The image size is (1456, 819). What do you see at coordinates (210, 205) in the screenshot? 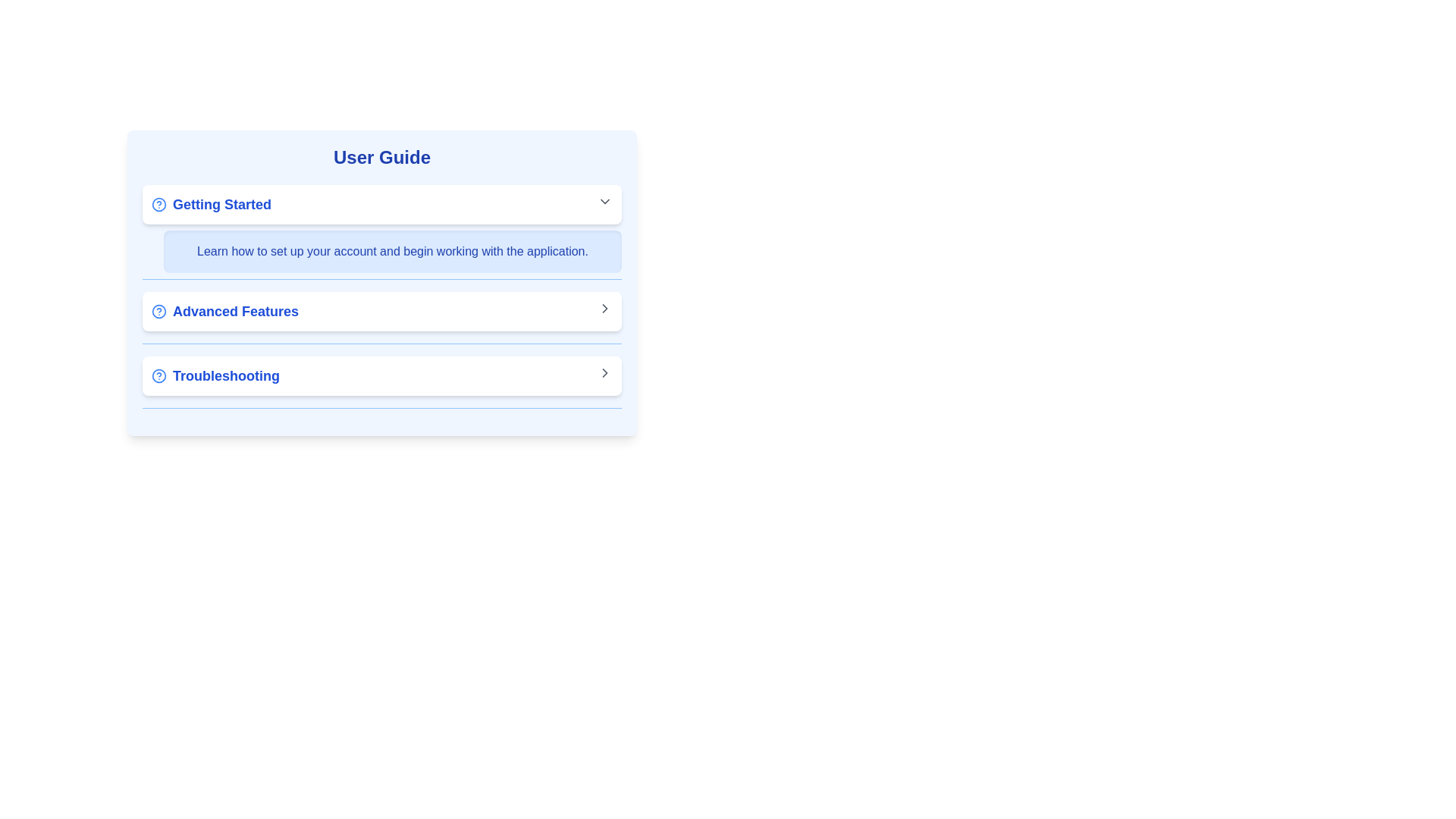
I see `the 'Getting Started' text element with a blue question mark icon for accessibility navigation` at bounding box center [210, 205].